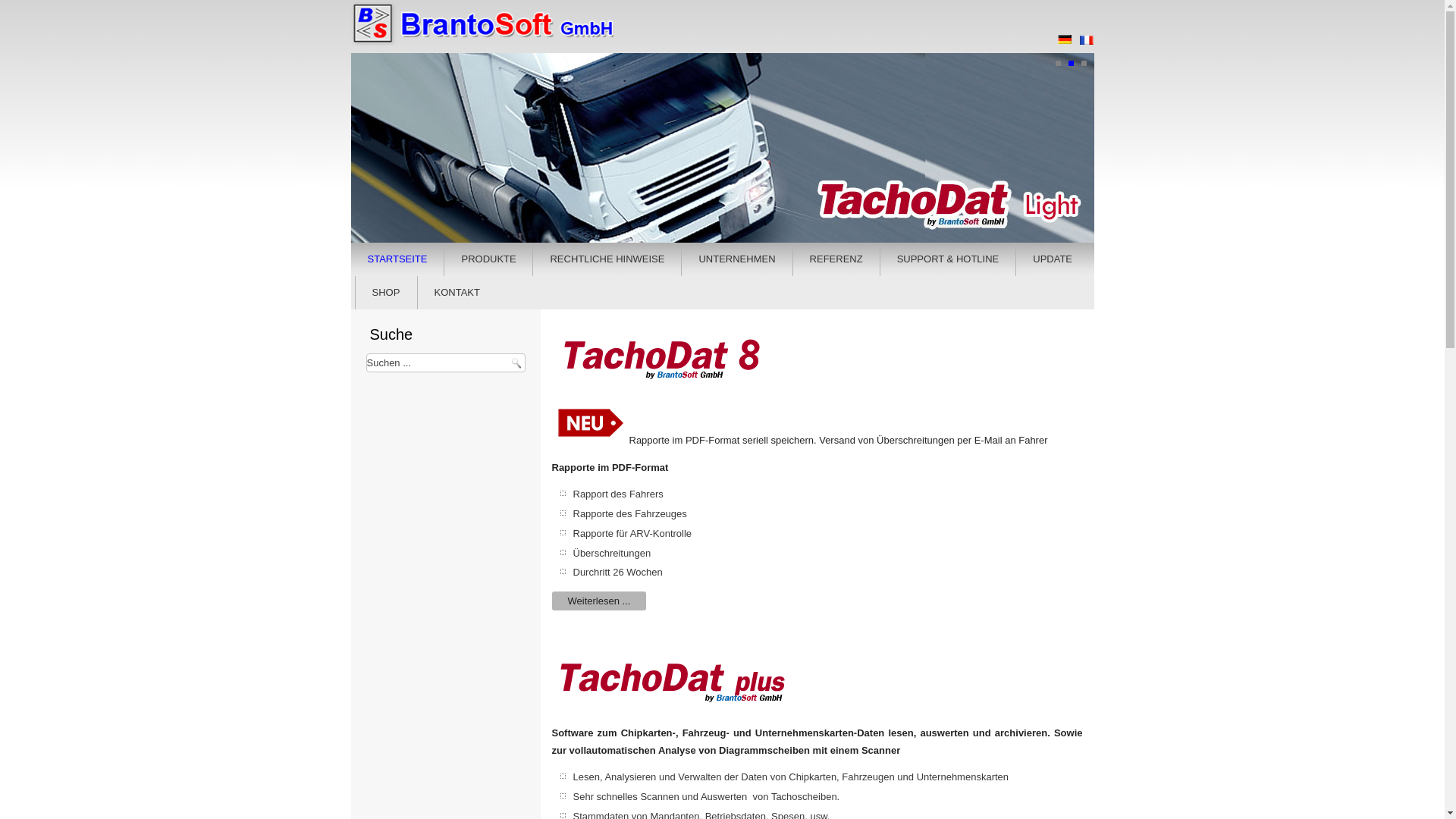  Describe the element at coordinates (1084, 39) in the screenshot. I see `'French'` at that location.